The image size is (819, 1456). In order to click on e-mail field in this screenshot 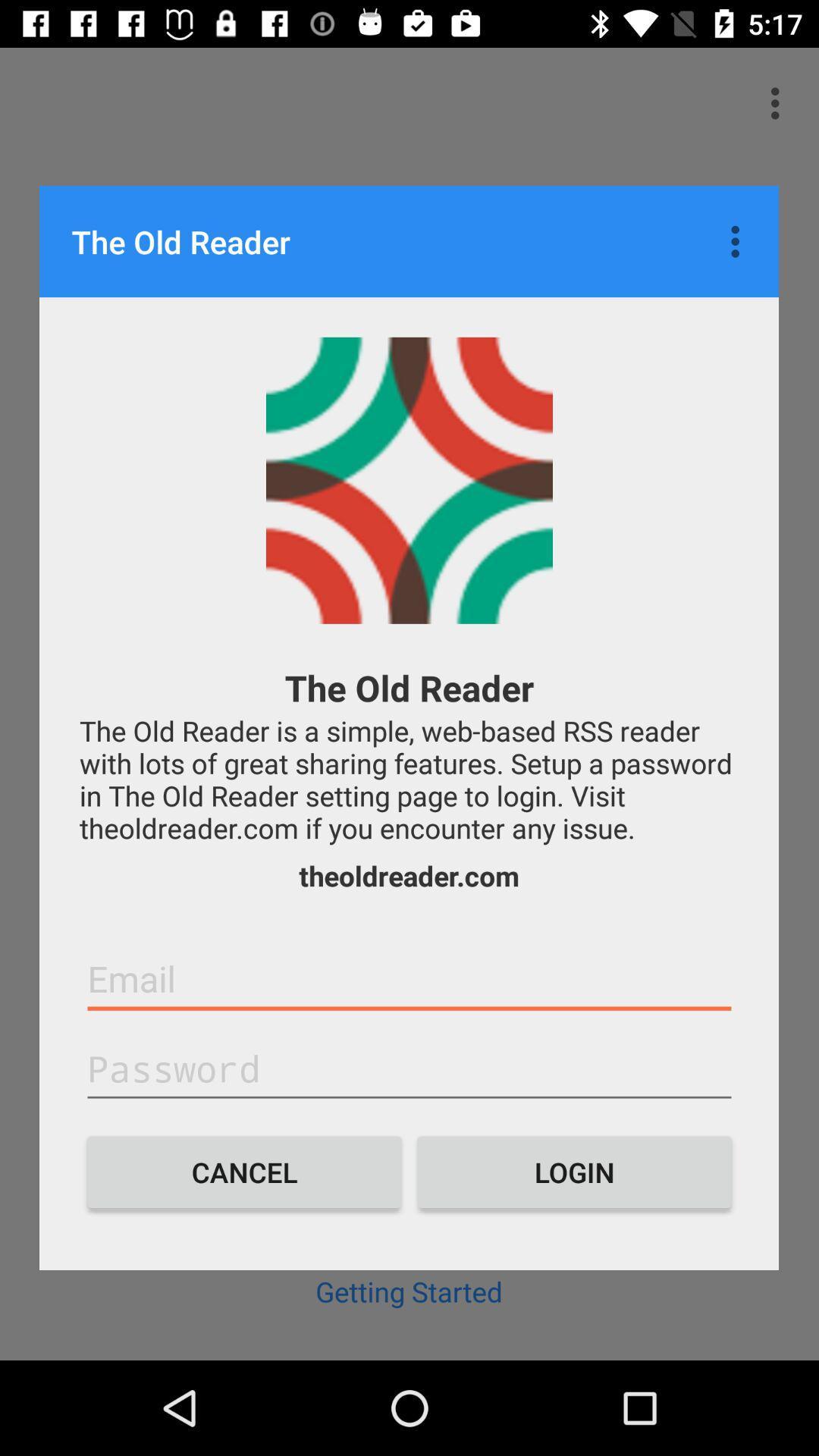, I will do `click(409, 979)`.